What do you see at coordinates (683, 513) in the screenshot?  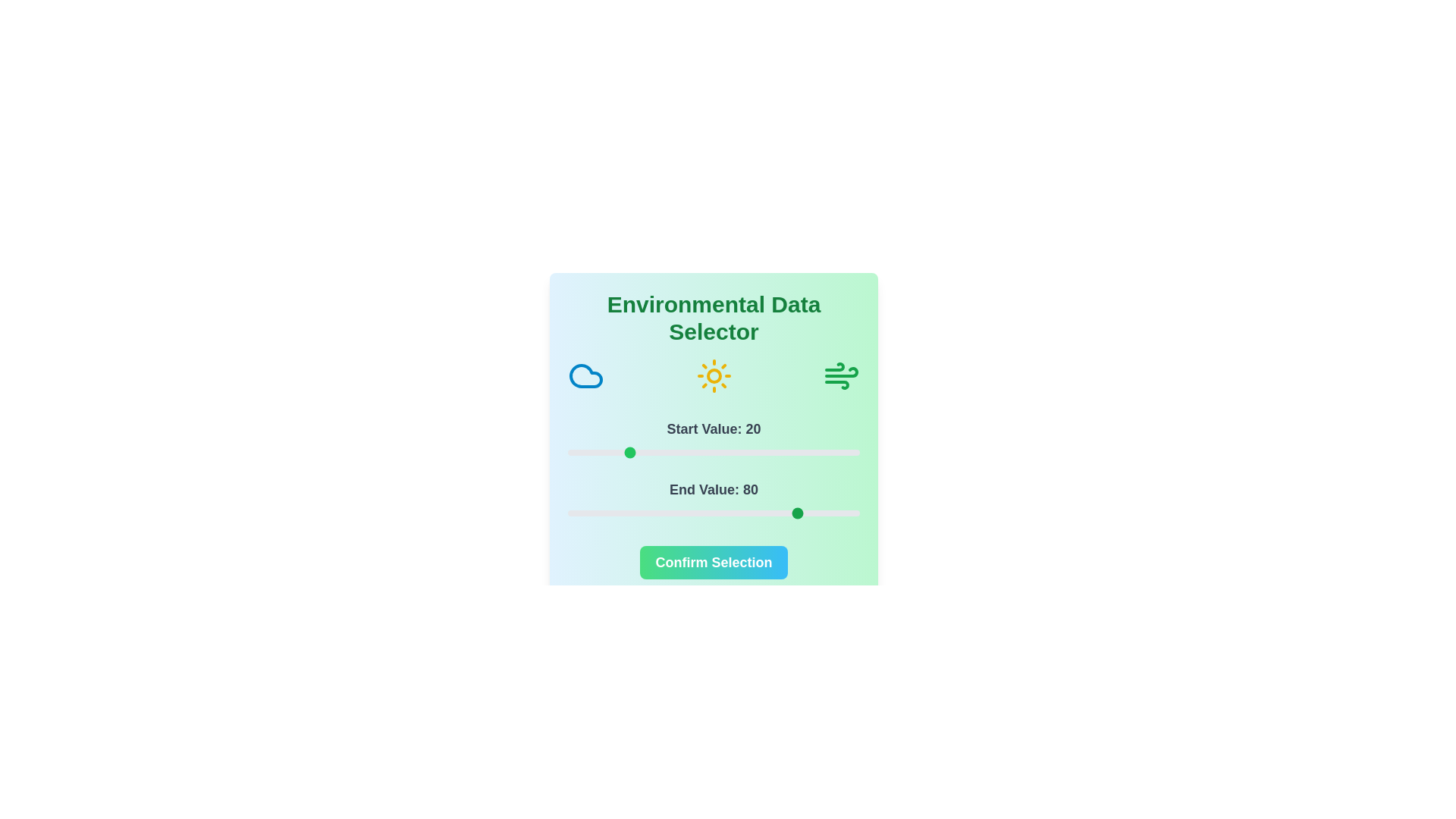 I see `the End Value slider` at bounding box center [683, 513].